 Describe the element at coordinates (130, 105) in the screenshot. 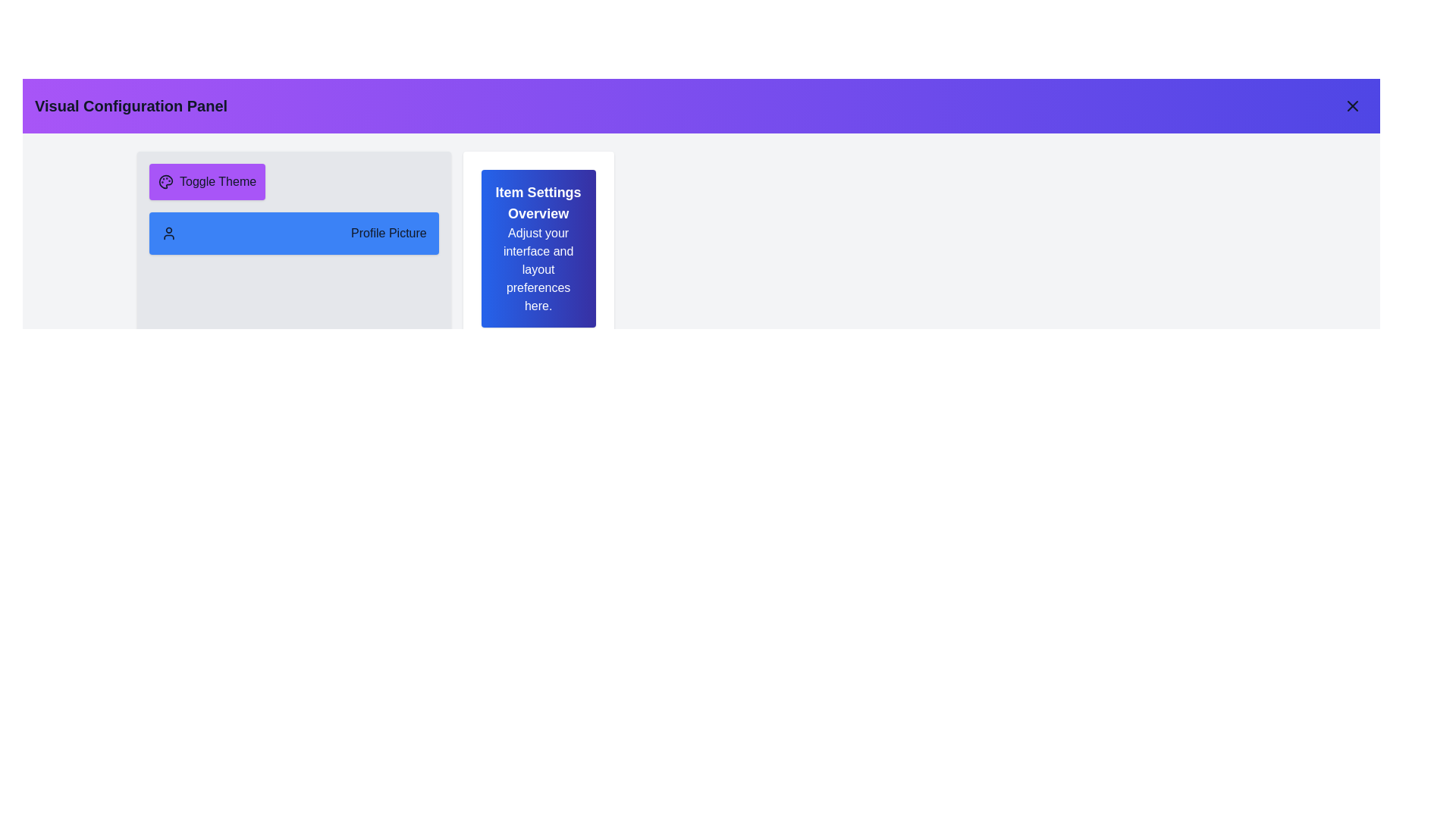

I see `the title text display element that serves as the title for the visual configuration panel section, providing context for the interface below it` at that location.